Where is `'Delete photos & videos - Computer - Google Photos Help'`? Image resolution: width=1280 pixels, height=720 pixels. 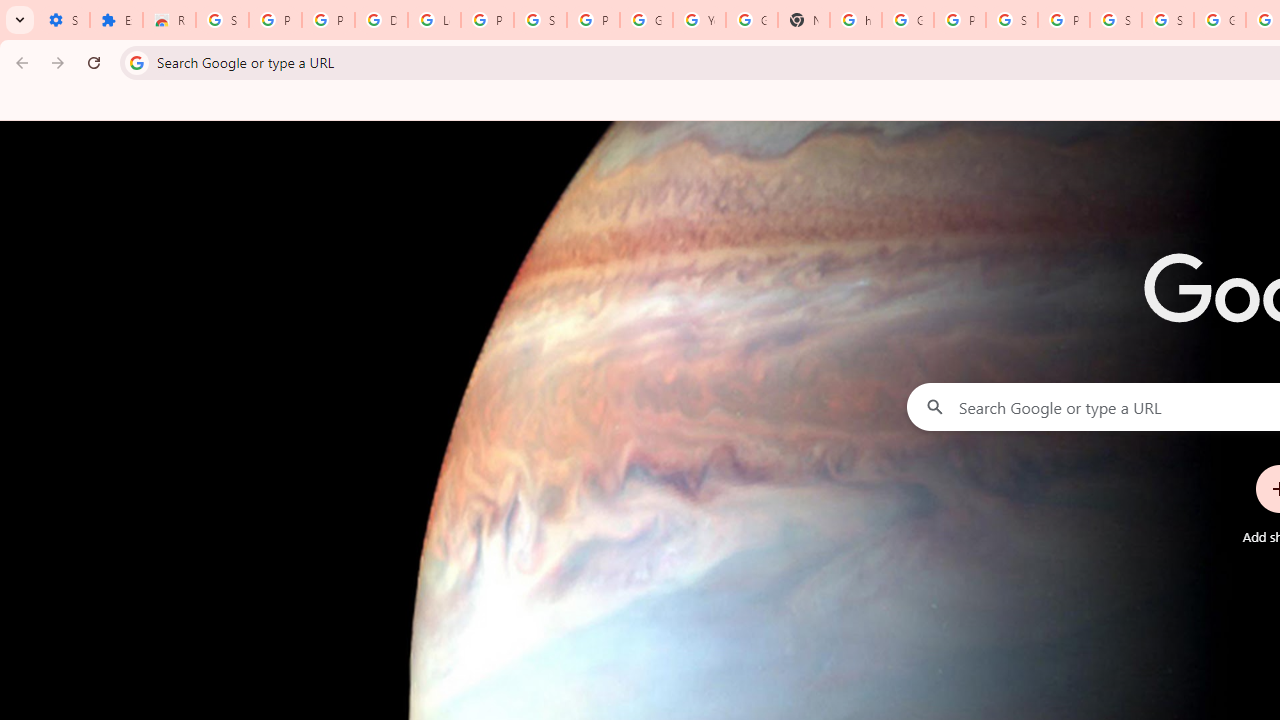
'Delete photos & videos - Computer - Google Photos Help' is located at coordinates (381, 20).